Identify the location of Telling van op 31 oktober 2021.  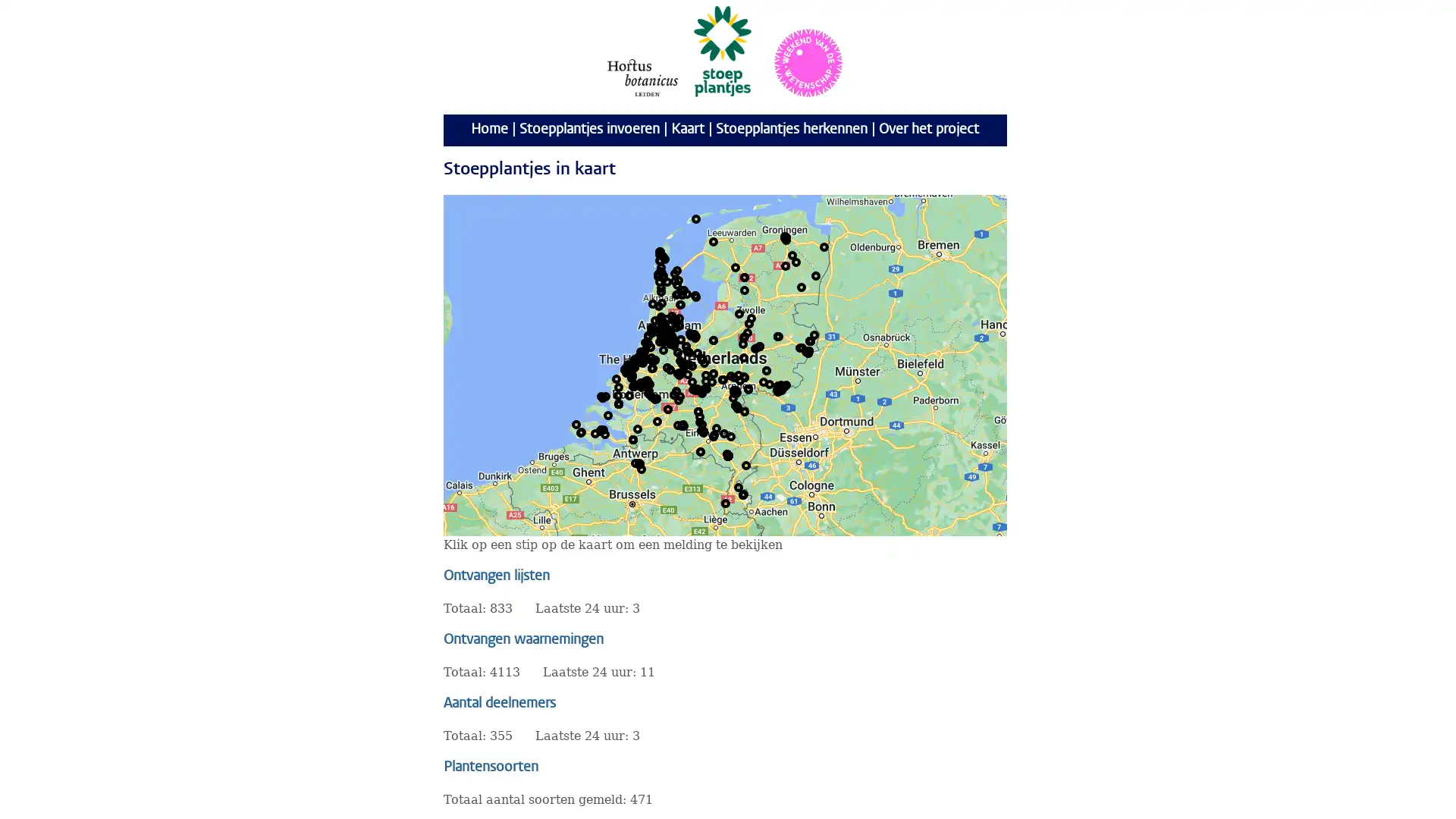
(626, 371).